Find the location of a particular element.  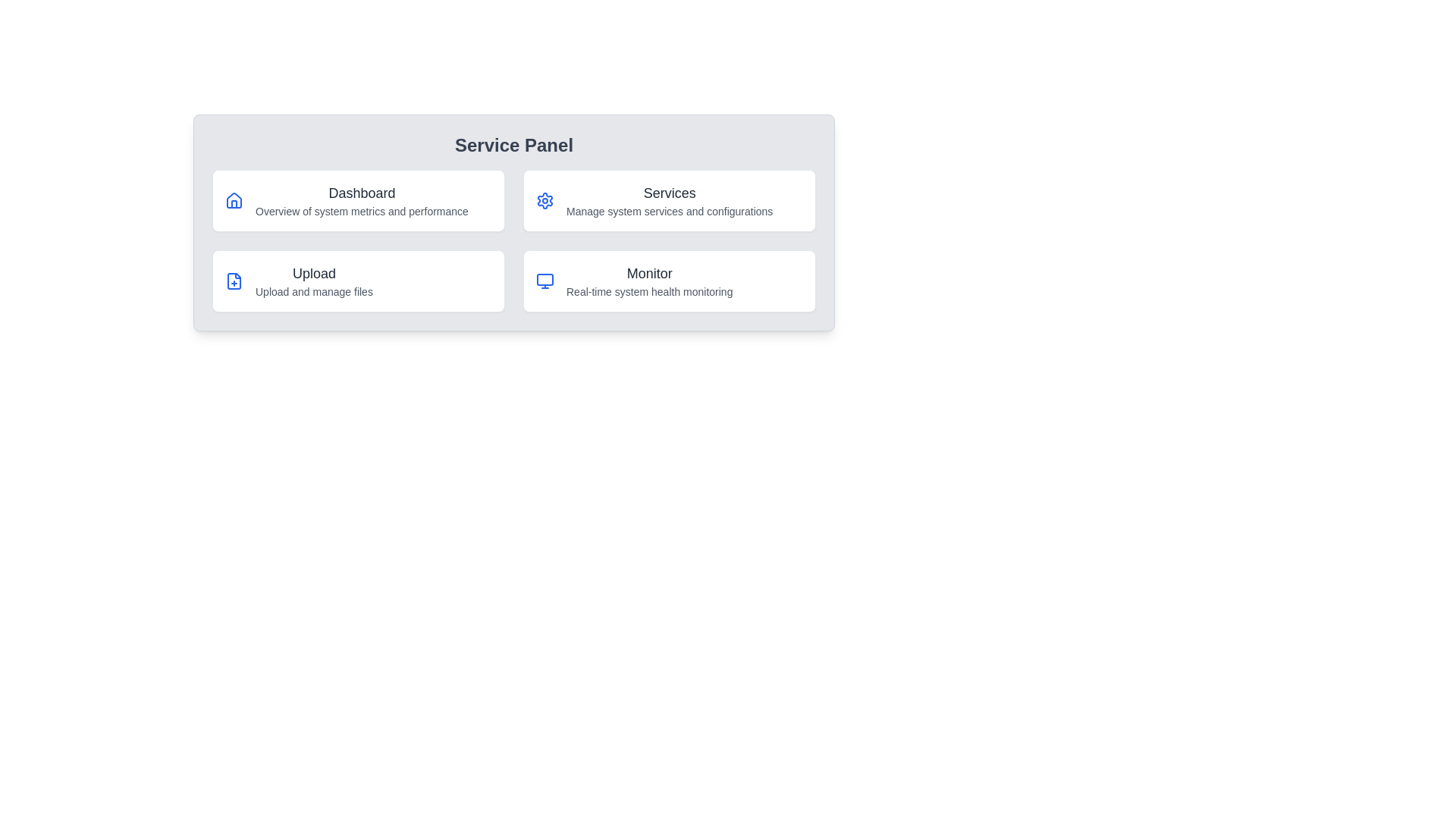

context provided by the 'Services' management text block located in the upper-right of the control panel, above the 'Monitor' section is located at coordinates (669, 200).